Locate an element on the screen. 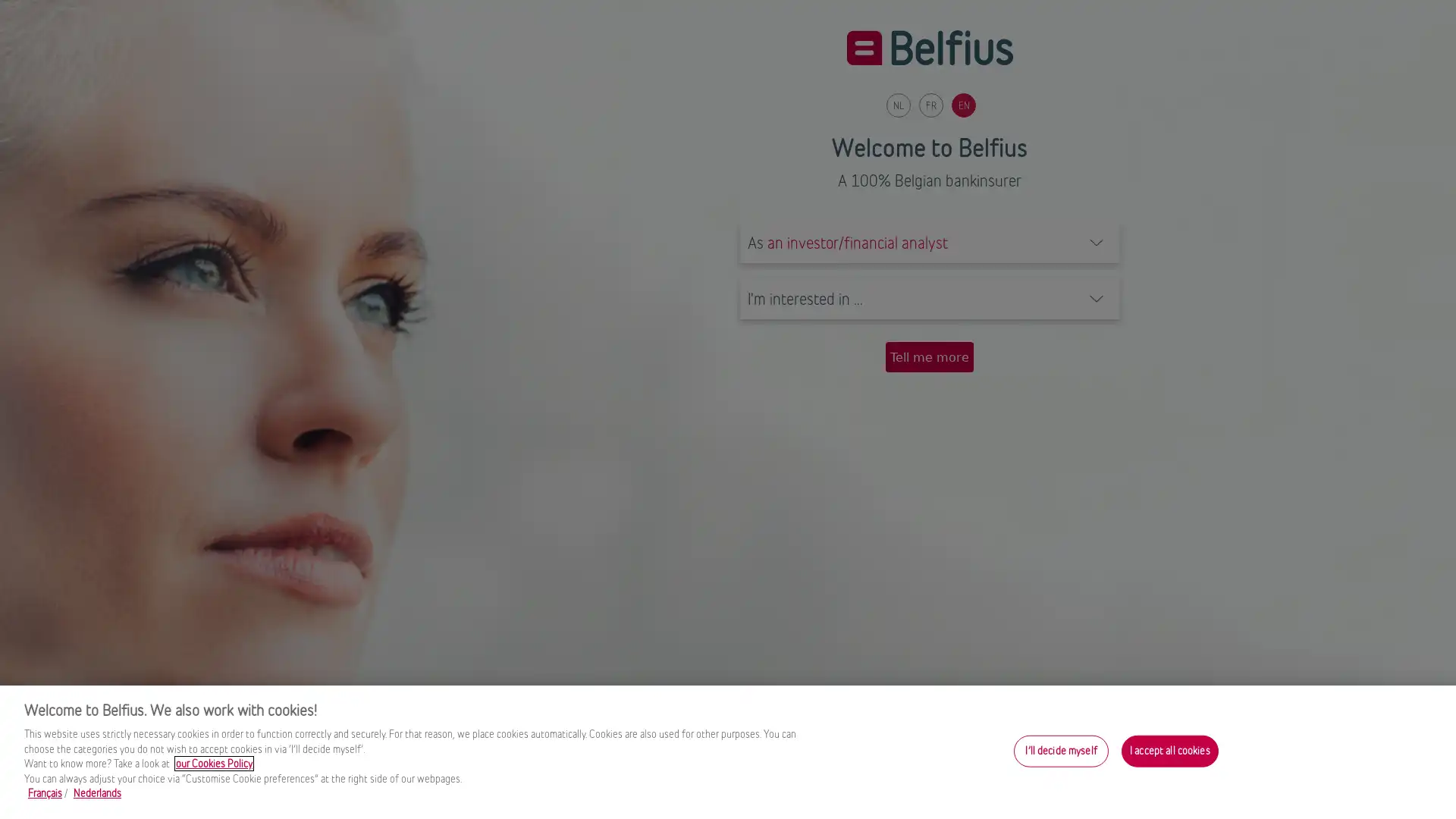 Image resolution: width=1456 pixels, height=819 pixels. Ill decide myself is located at coordinates (1060, 751).